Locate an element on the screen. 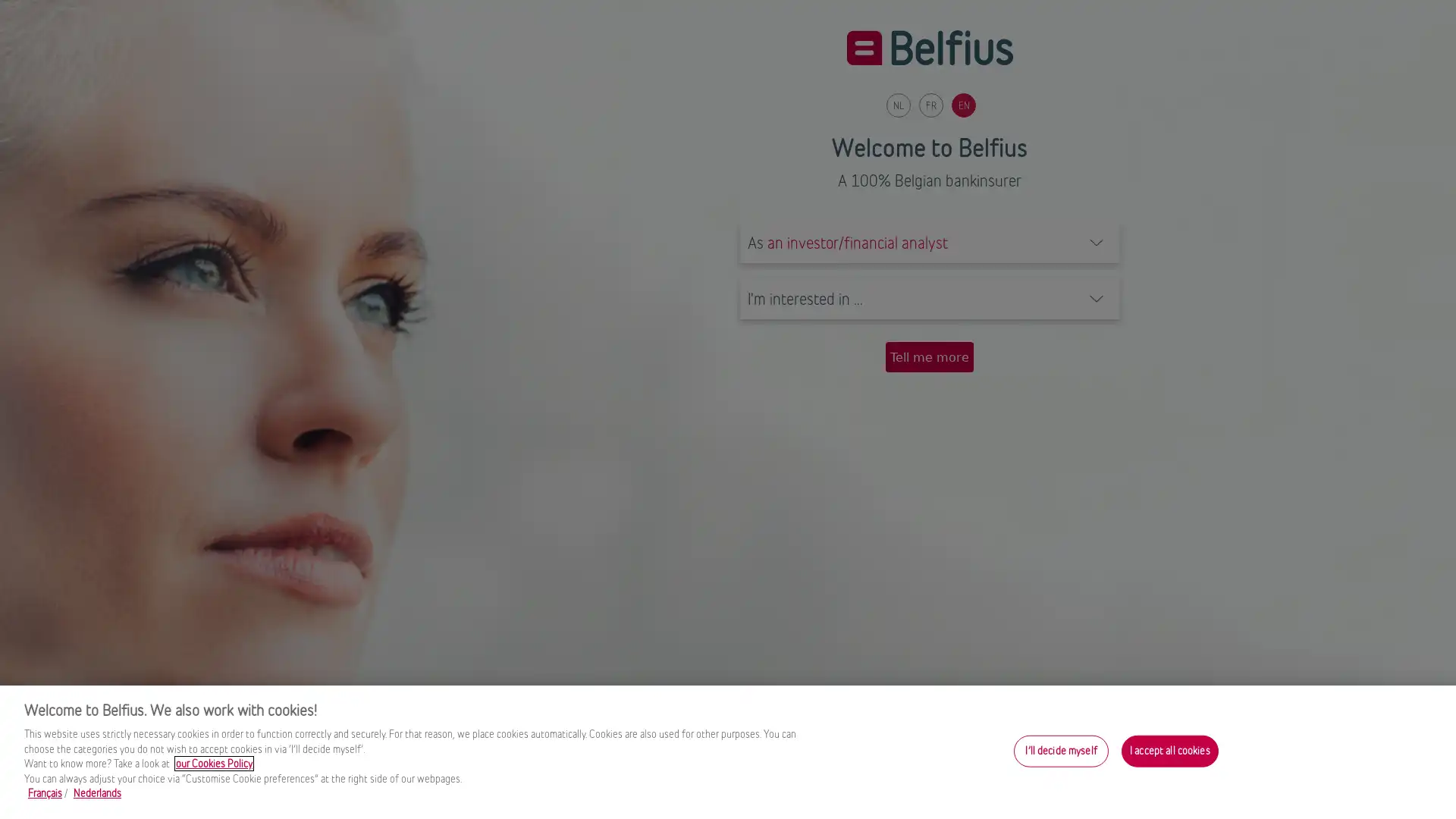 Image resolution: width=1456 pixels, height=819 pixels. Ill decide myself is located at coordinates (1060, 751).